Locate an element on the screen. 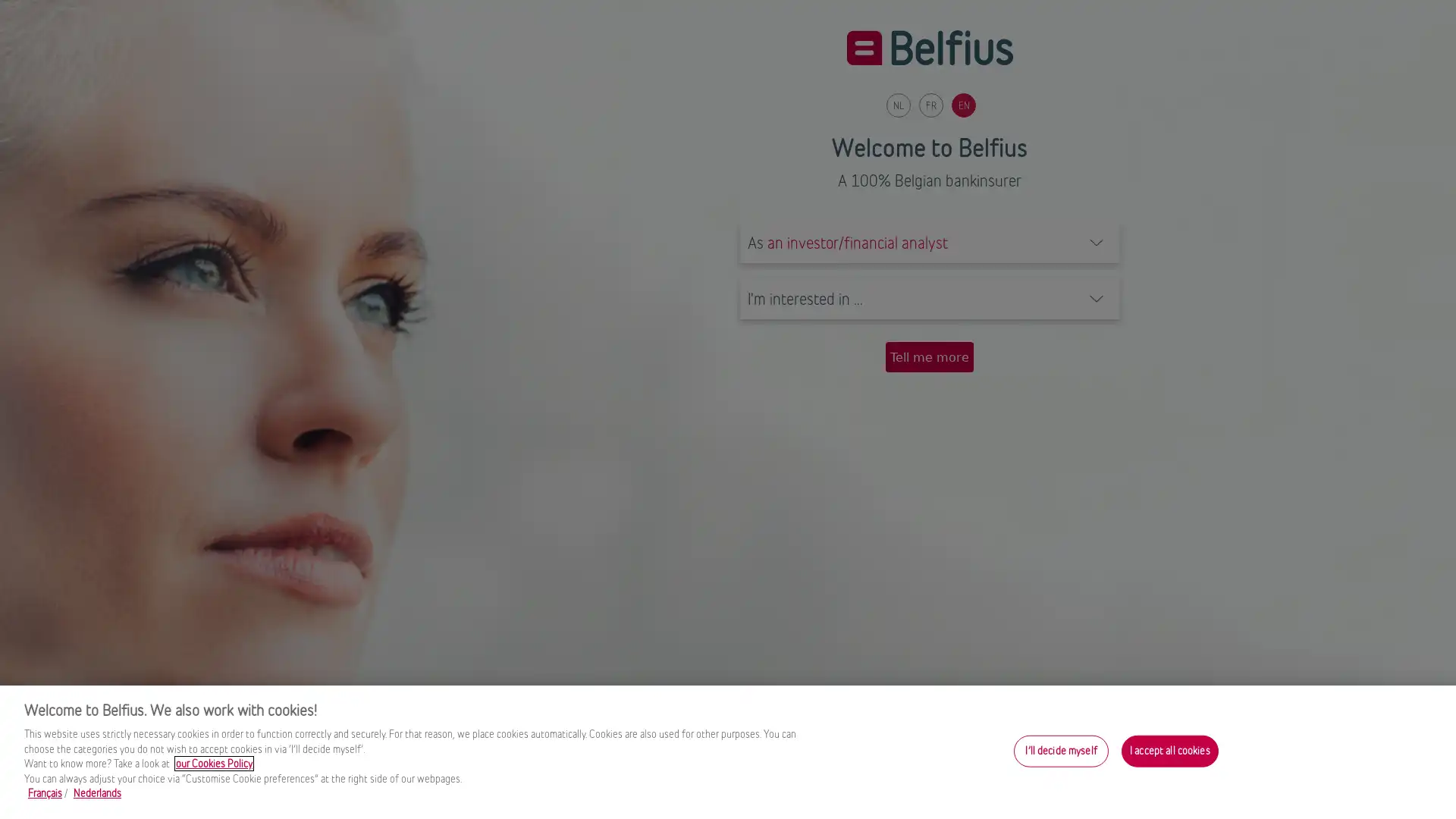 Image resolution: width=1456 pixels, height=819 pixels. Ill decide myself is located at coordinates (1060, 751).